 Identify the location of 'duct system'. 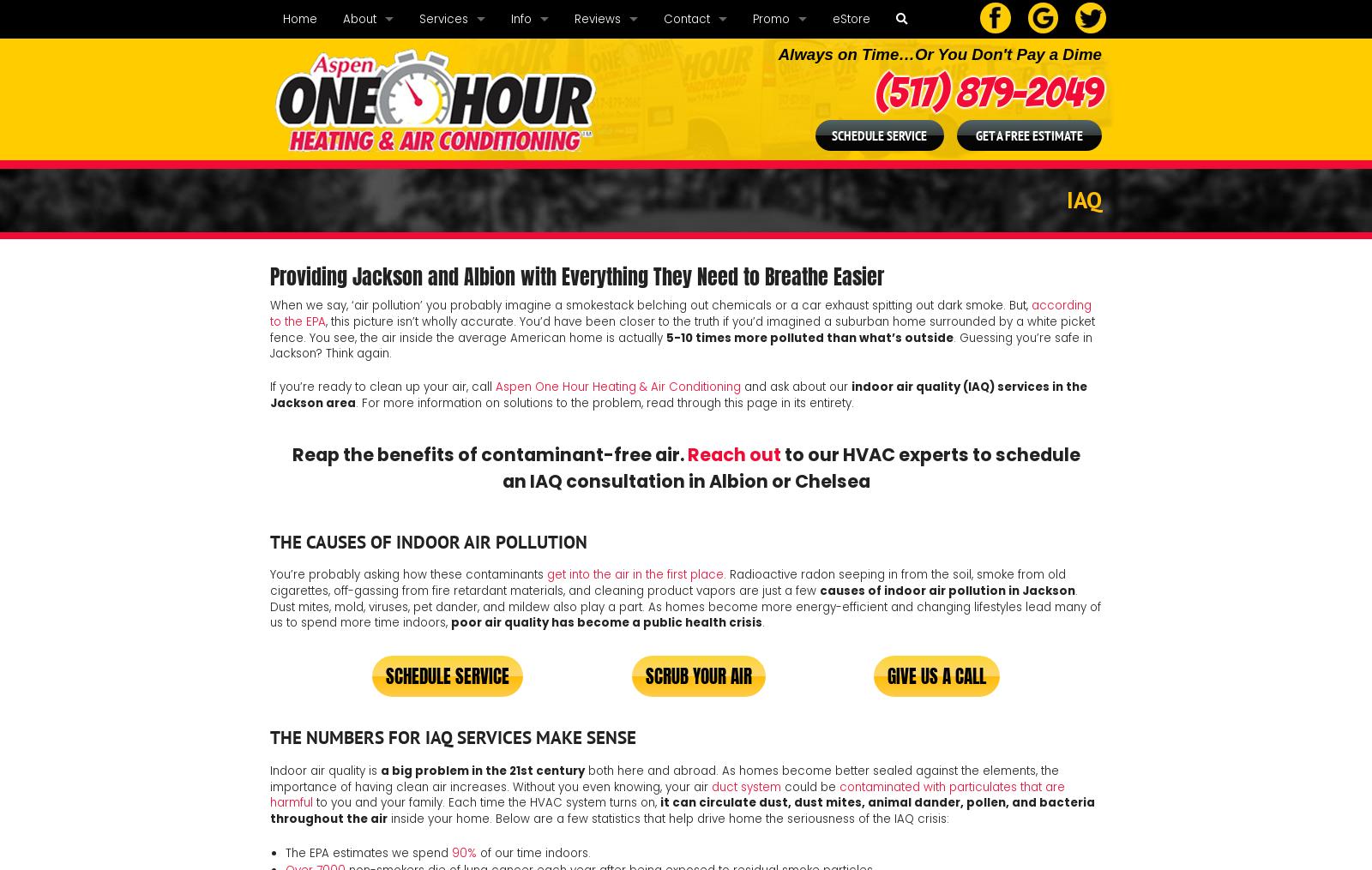
(745, 785).